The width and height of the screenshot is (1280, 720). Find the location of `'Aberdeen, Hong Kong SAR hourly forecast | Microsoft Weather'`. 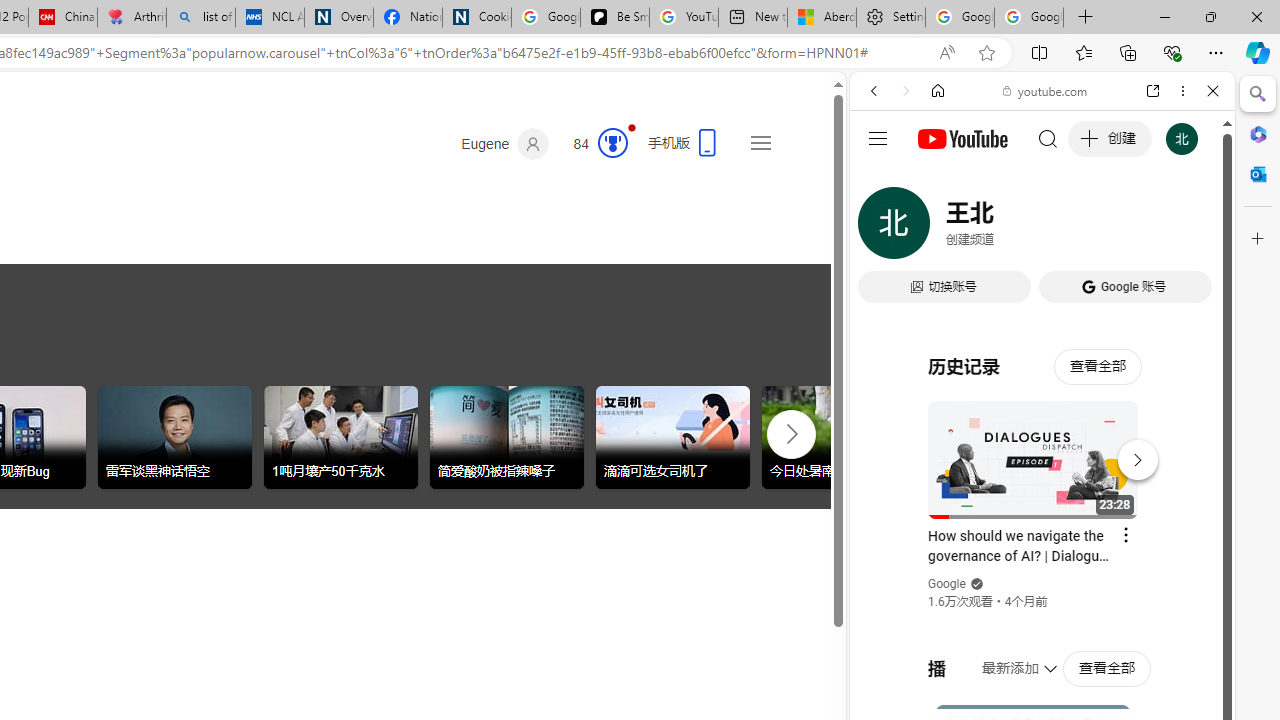

'Aberdeen, Hong Kong SAR hourly forecast | Microsoft Weather' is located at coordinates (822, 17).